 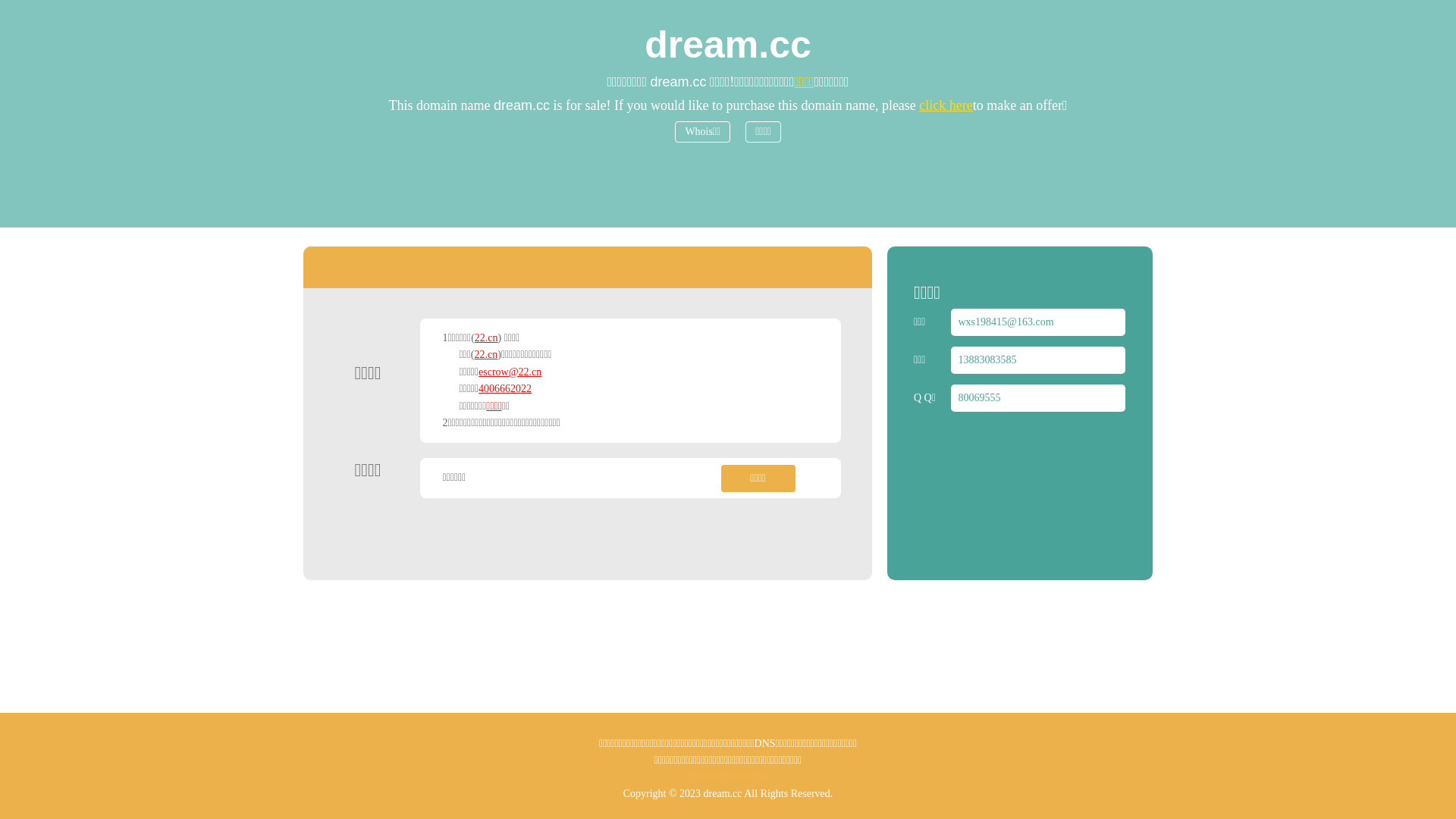 What do you see at coordinates (486, 337) in the screenshot?
I see `'22.cn'` at bounding box center [486, 337].